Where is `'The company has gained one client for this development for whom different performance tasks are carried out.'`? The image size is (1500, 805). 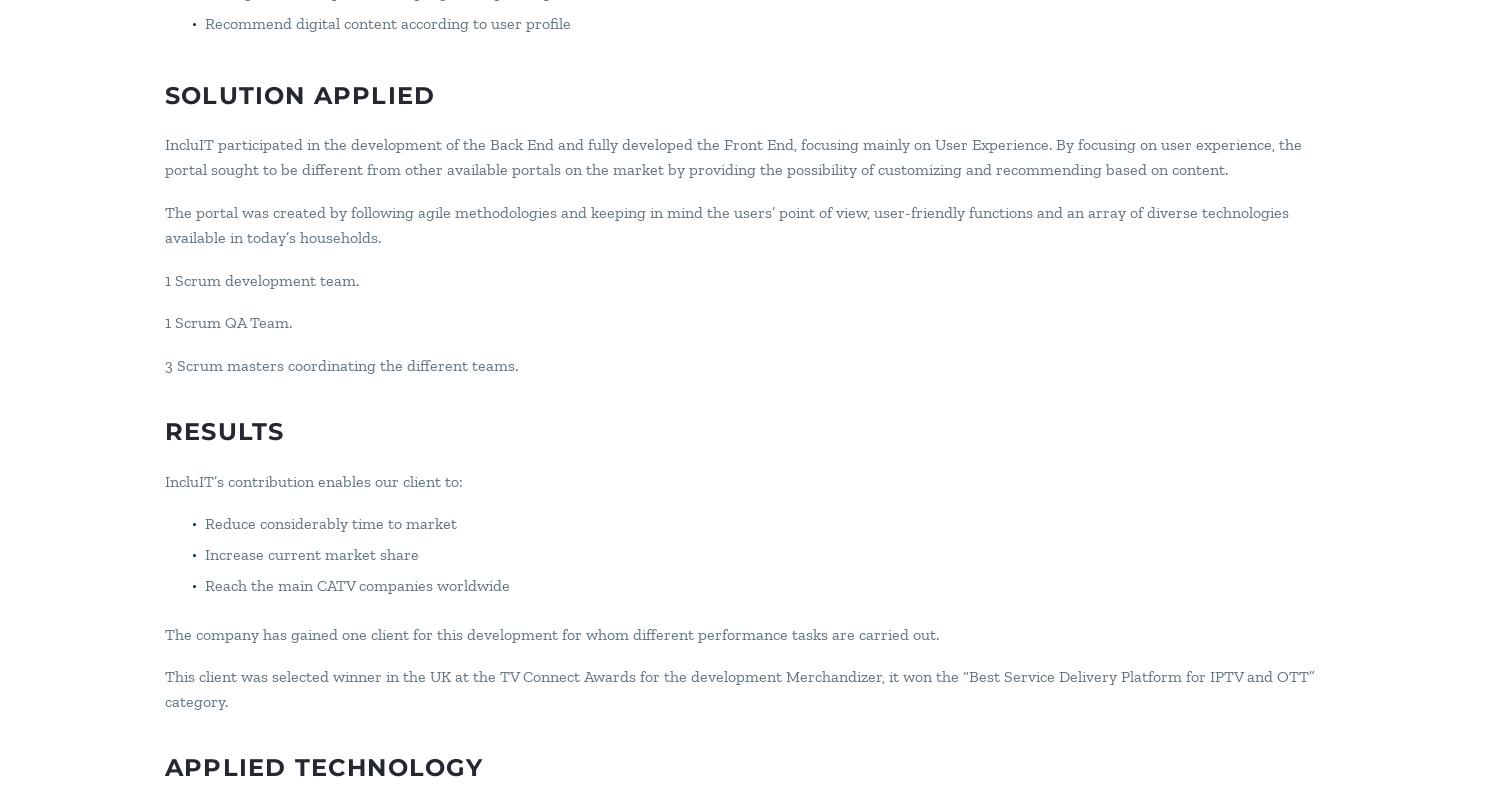 'The company has gained one client for this development for whom different performance tasks are carried out.' is located at coordinates (552, 632).